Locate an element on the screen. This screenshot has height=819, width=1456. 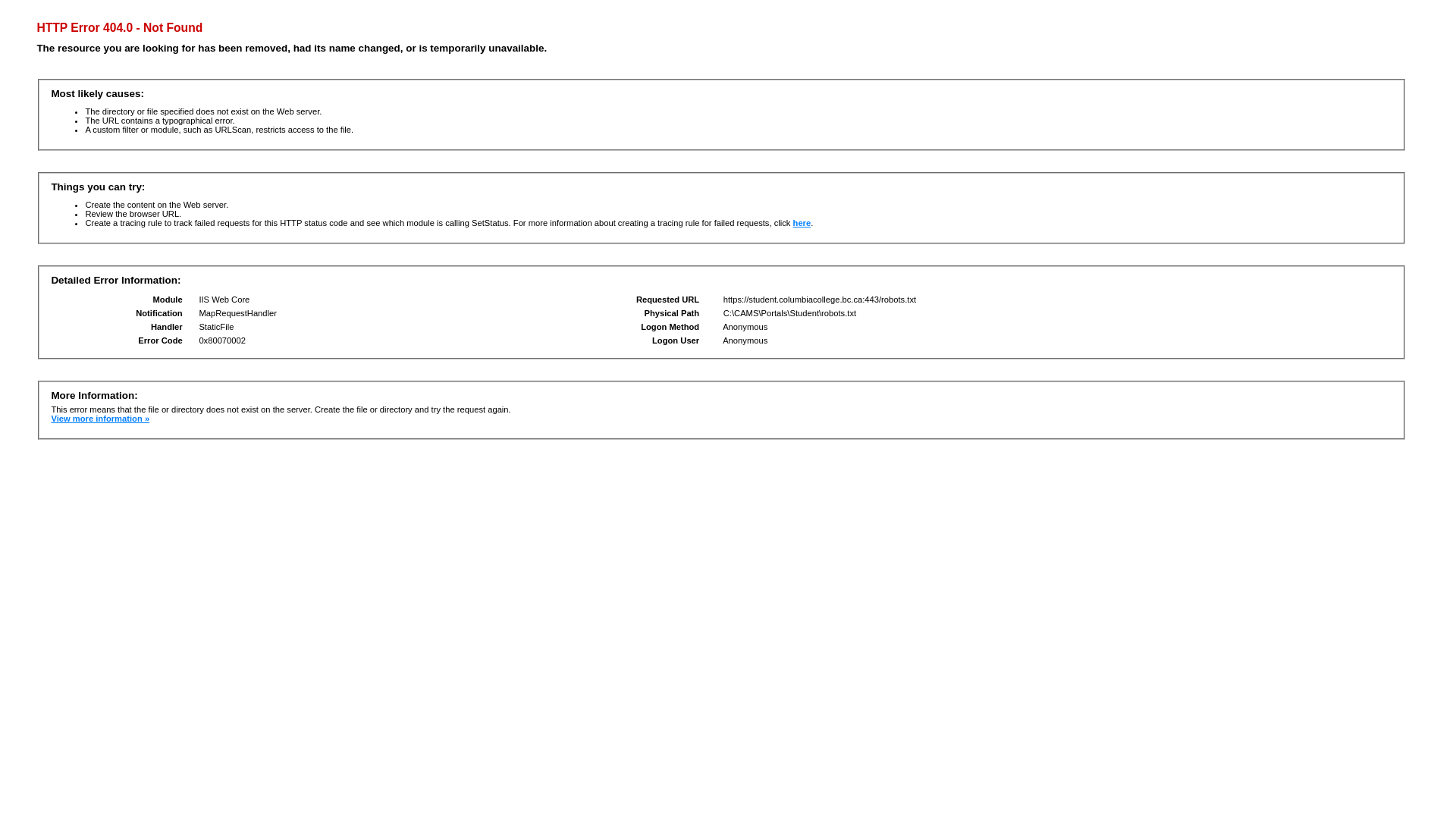
'here' is located at coordinates (801, 222).